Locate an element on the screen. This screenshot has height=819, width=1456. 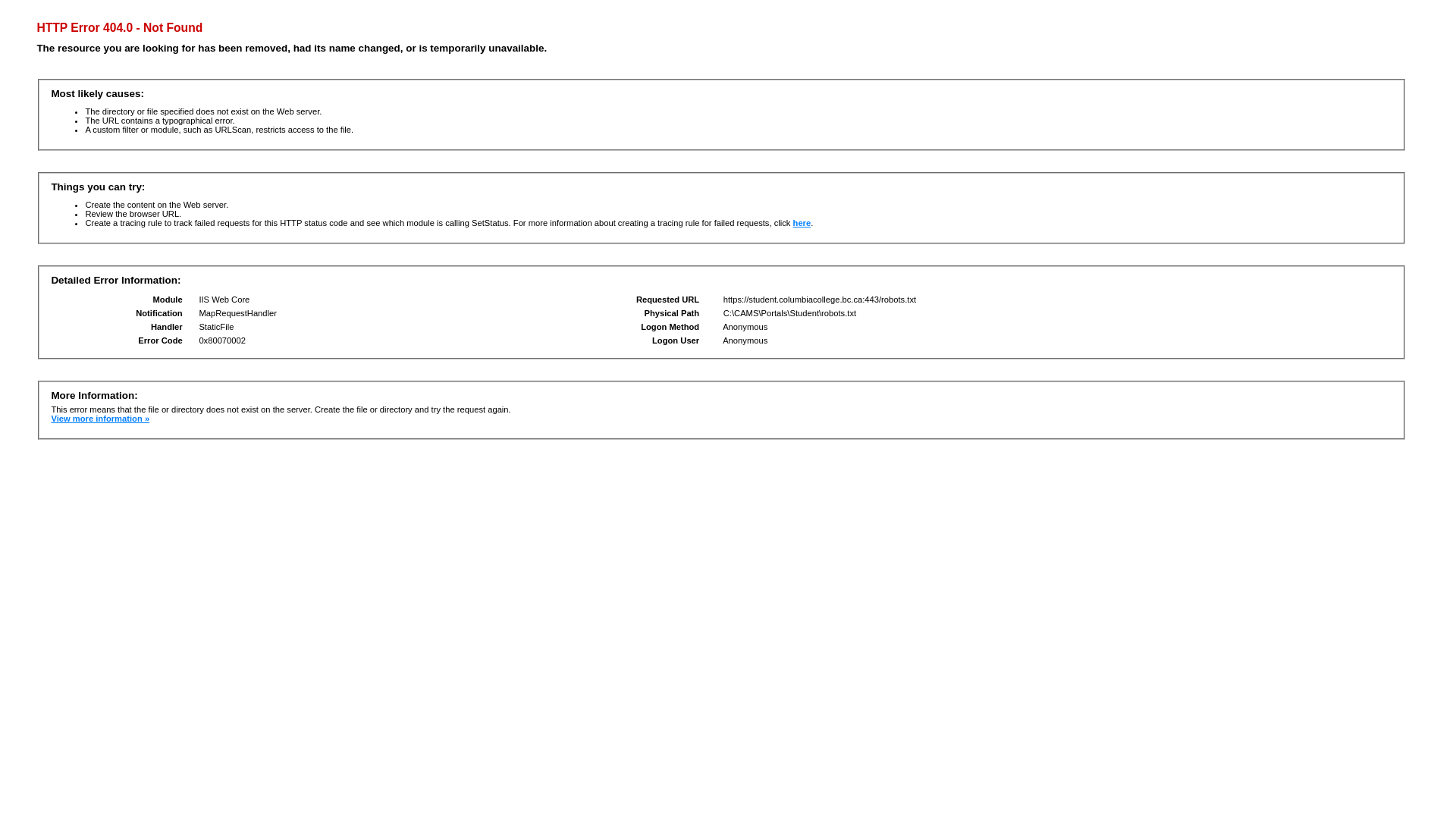
'here' is located at coordinates (801, 222).